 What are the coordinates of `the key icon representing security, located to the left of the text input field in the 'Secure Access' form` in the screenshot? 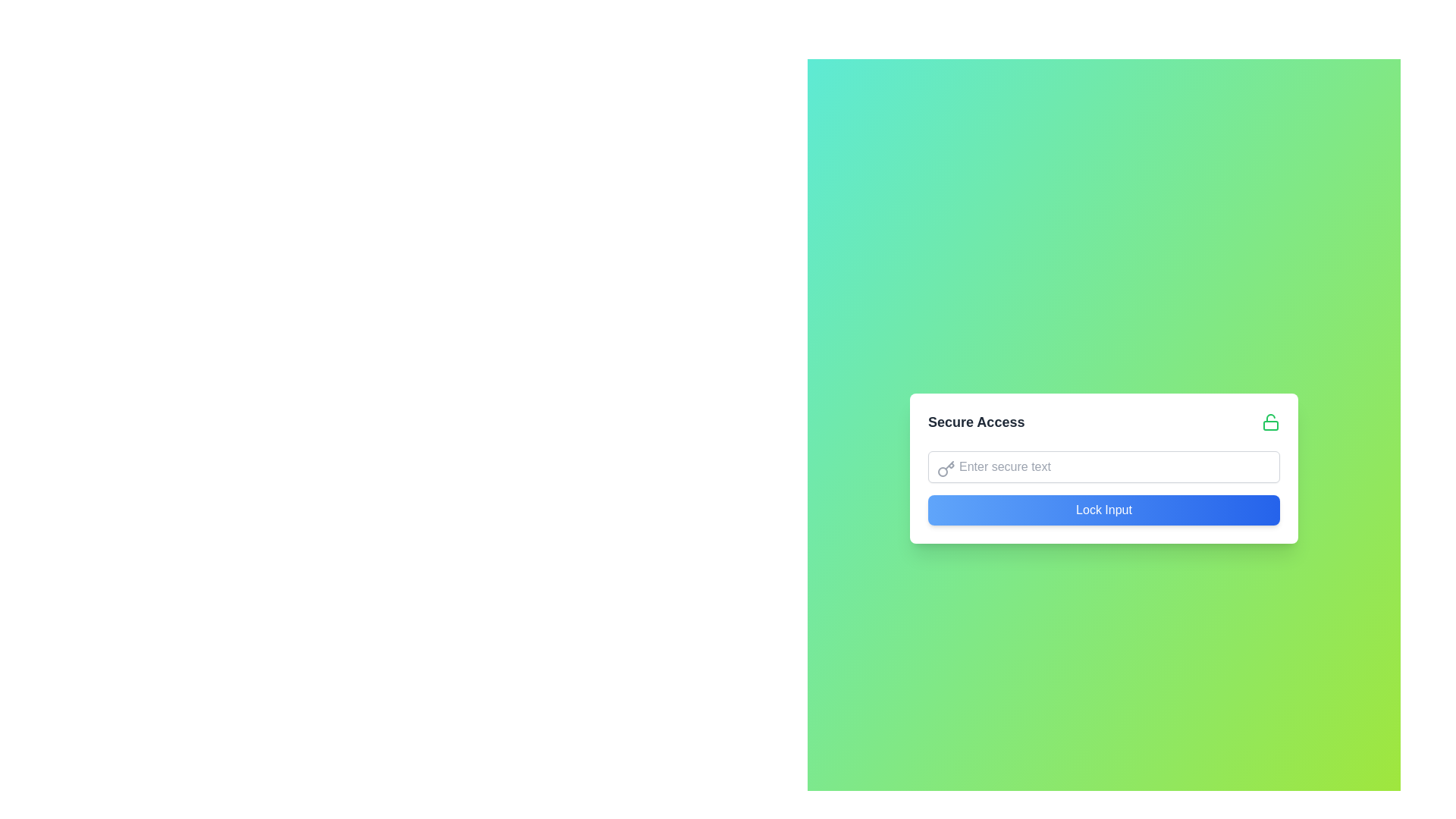 It's located at (946, 468).